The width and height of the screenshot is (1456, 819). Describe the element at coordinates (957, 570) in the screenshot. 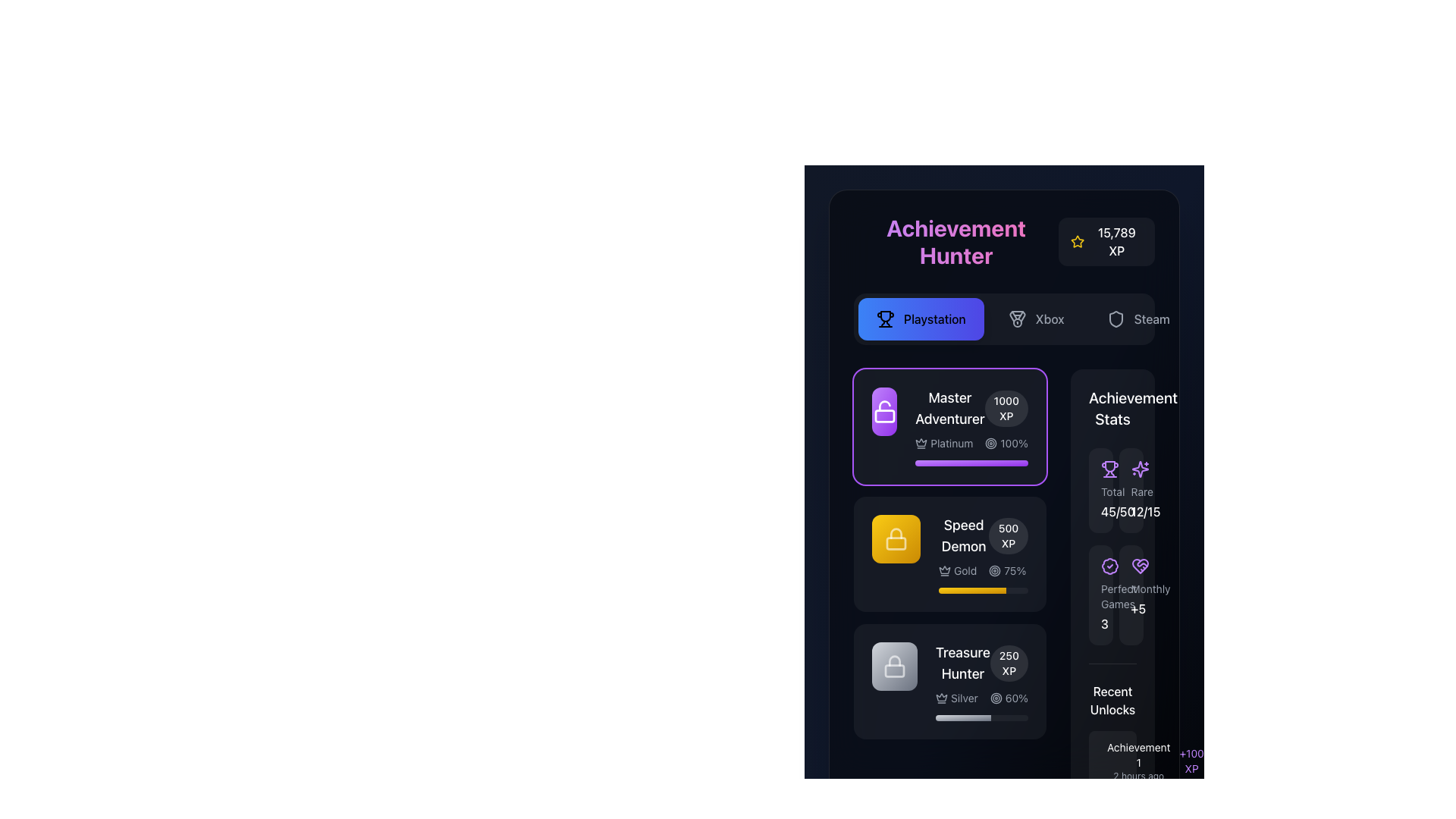

I see `the 'Gold' achievement label with an icon, which is located immediately to the left of the '75%' text within the 'Speed Demon' card` at that location.